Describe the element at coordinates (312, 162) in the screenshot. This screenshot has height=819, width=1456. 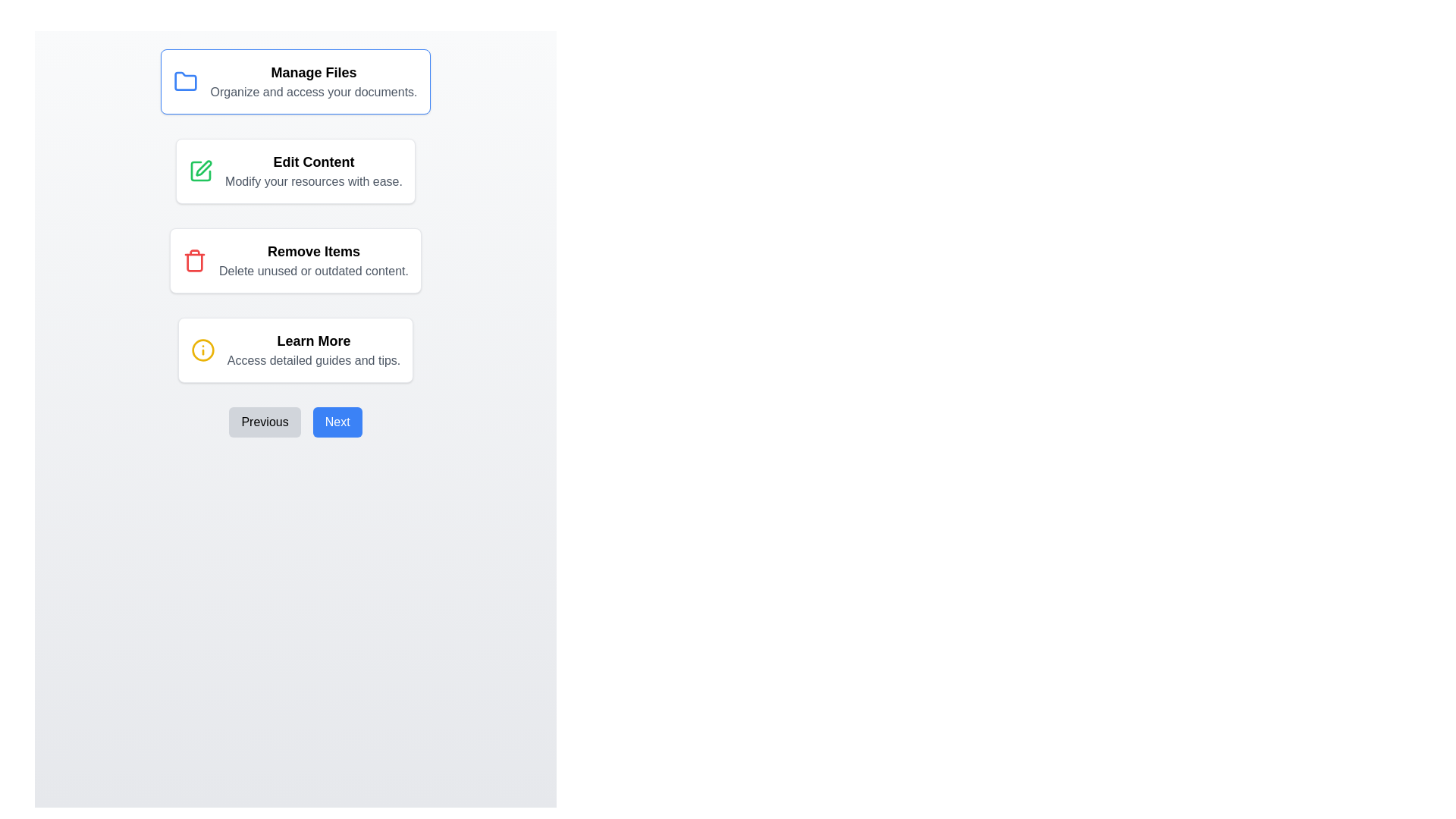
I see `the Text Label that serves as a title for the editing section to associate it with its related actions` at that location.